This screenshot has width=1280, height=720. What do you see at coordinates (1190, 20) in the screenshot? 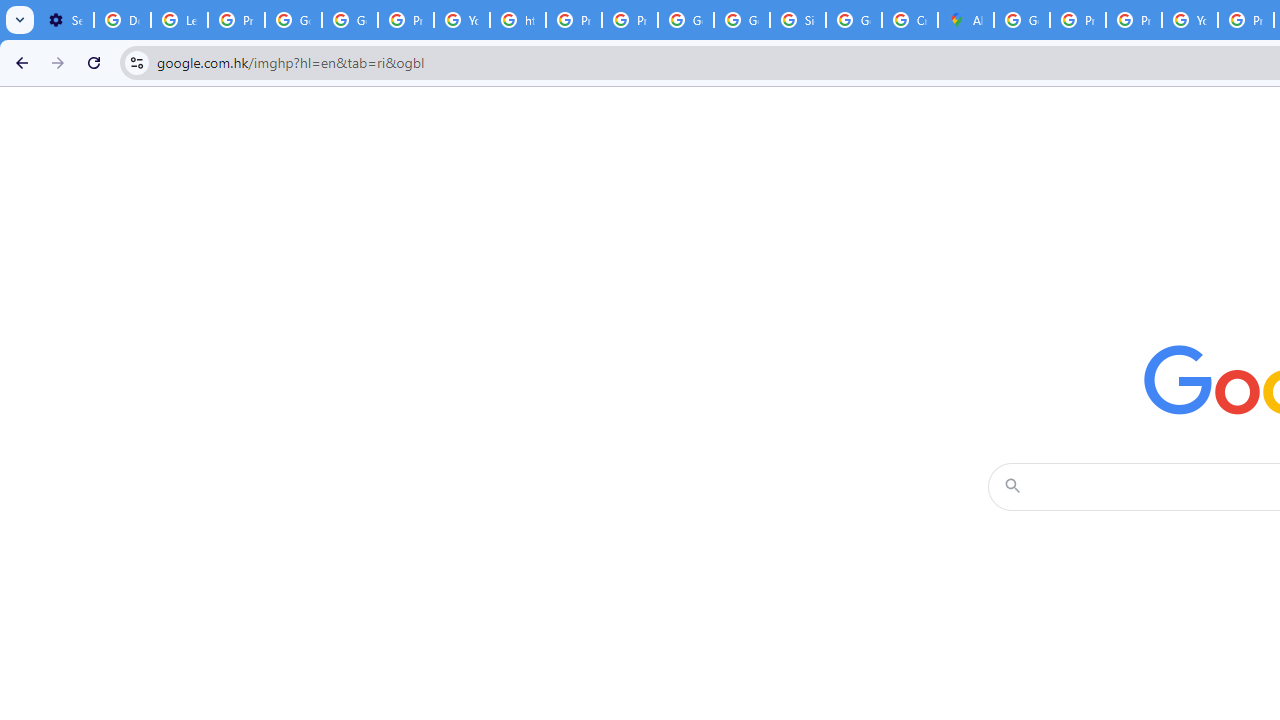
I see `'YouTube'` at bounding box center [1190, 20].